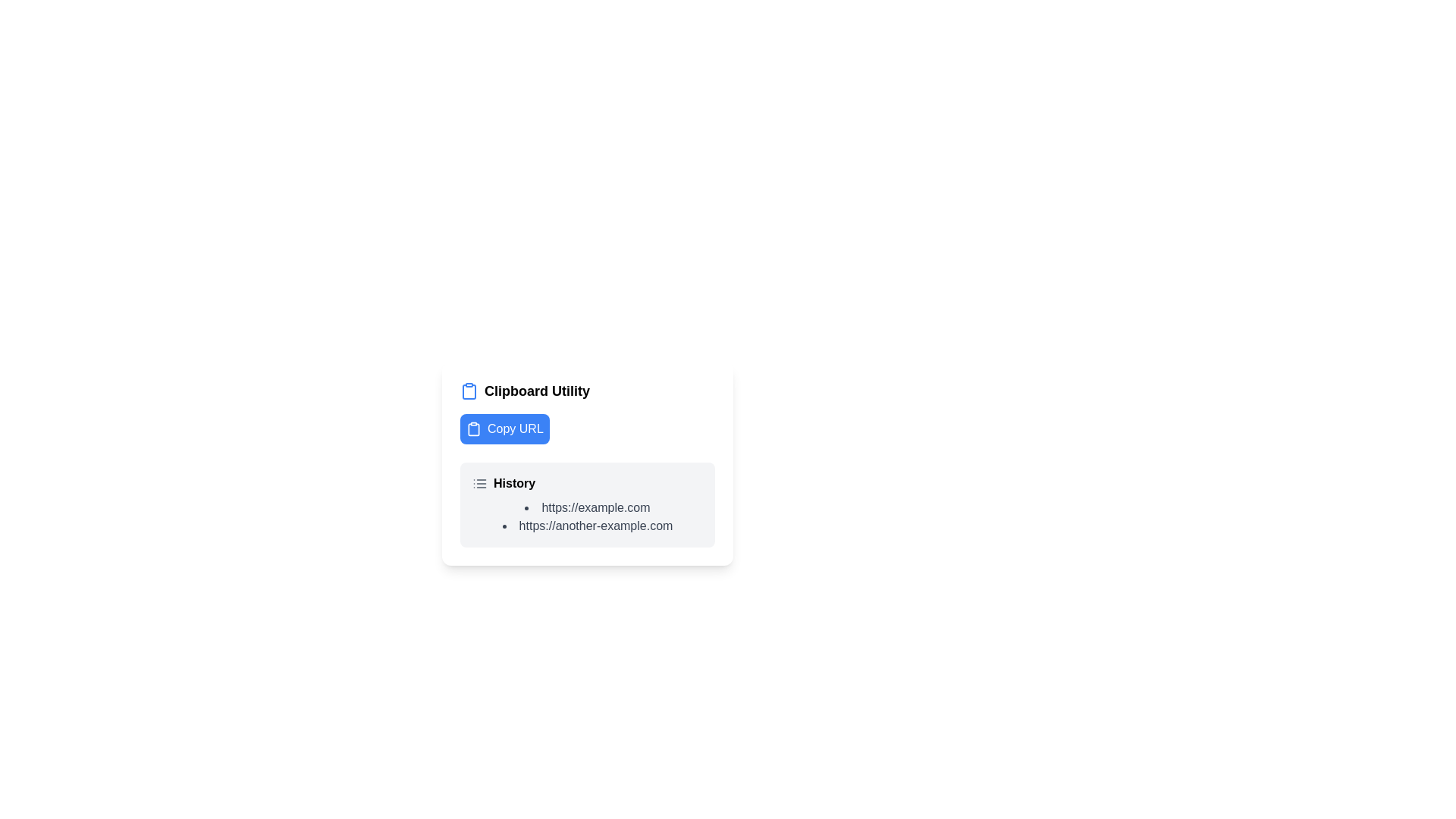 The height and width of the screenshot is (819, 1456). I want to click on the rectangular blue button labeled 'Copy URL' with a clipboard icon, so click(504, 429).